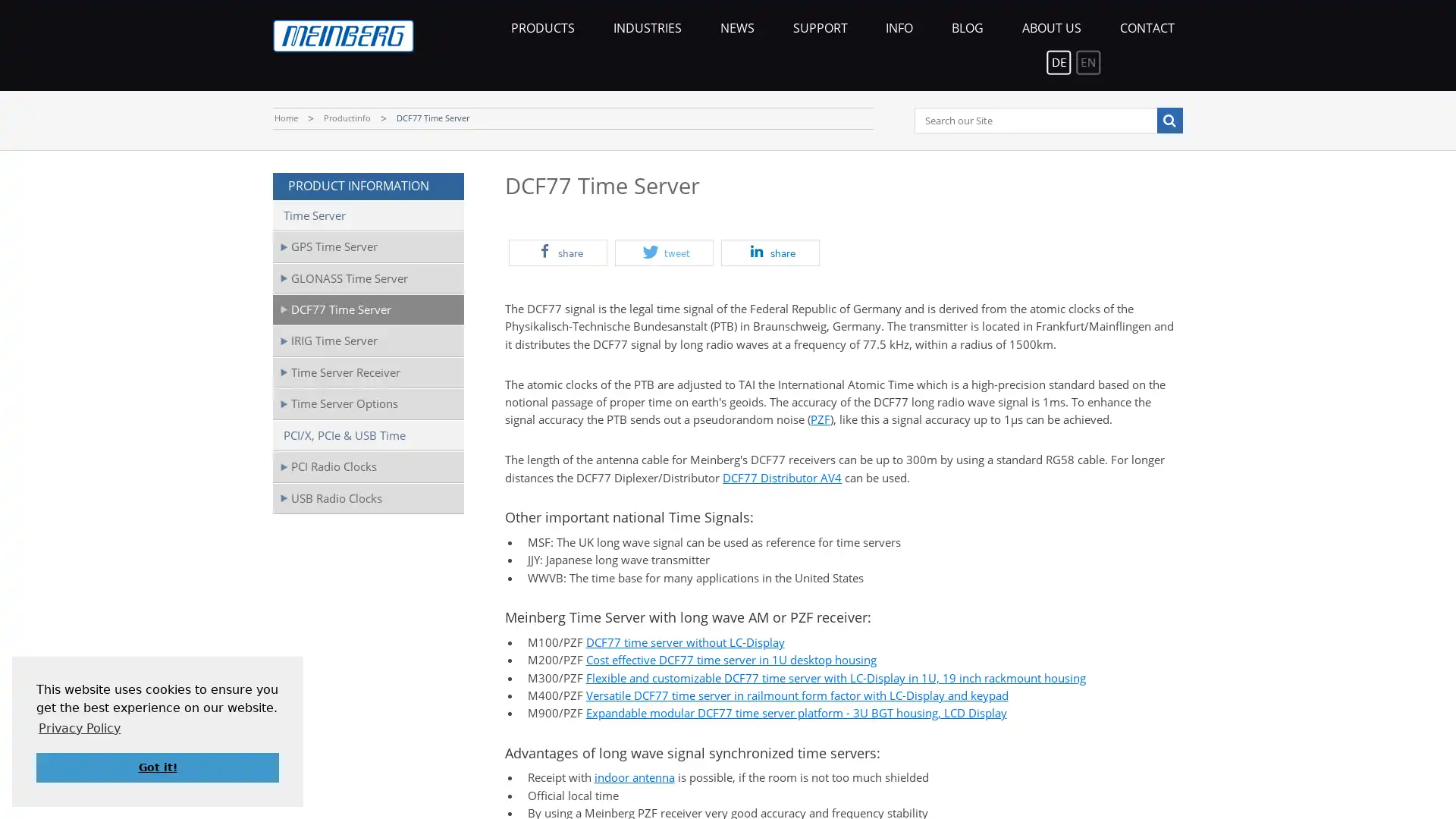  I want to click on Share on Twitter, so click(664, 252).